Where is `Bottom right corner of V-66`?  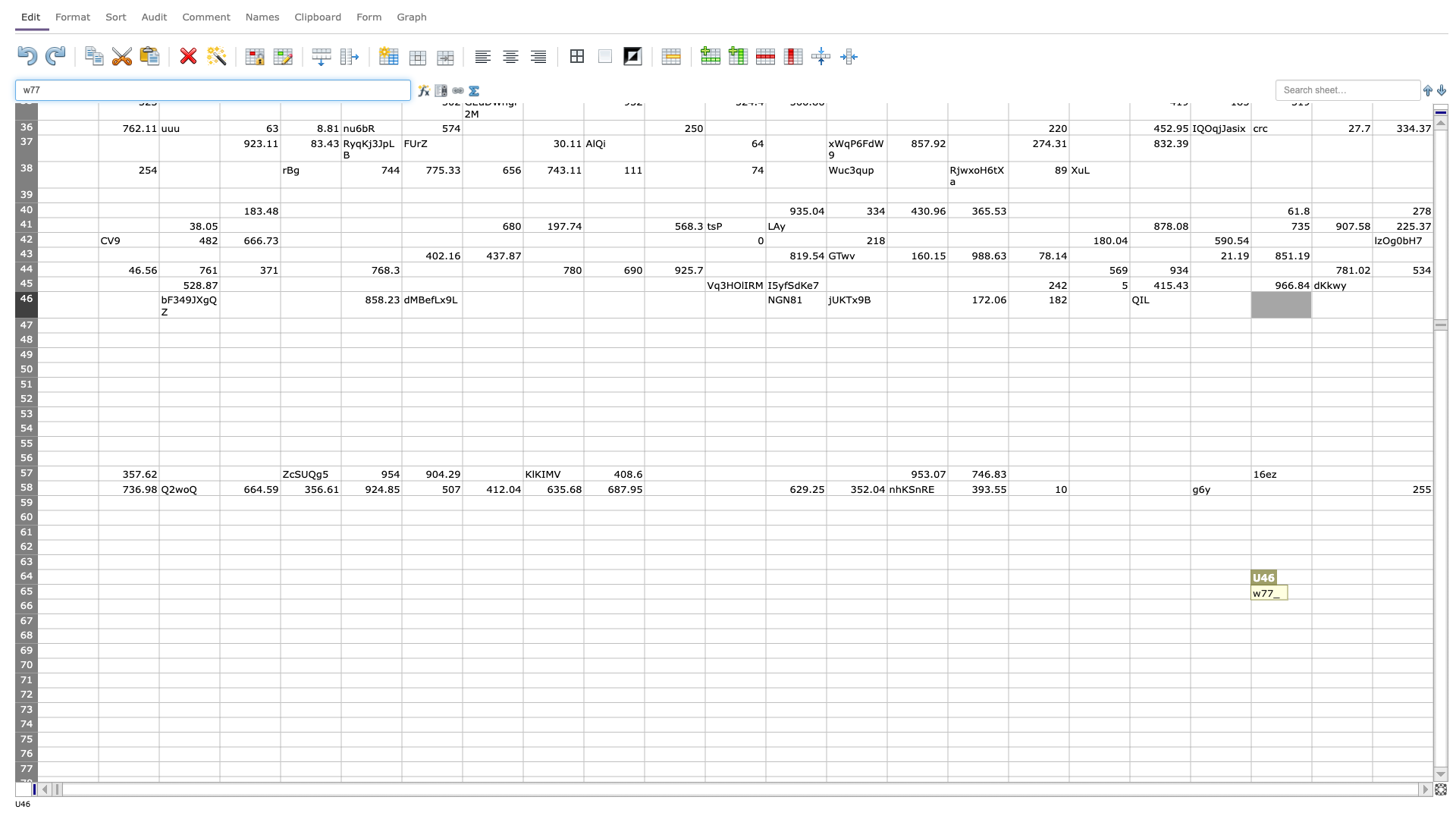
Bottom right corner of V-66 is located at coordinates (1372, 613).